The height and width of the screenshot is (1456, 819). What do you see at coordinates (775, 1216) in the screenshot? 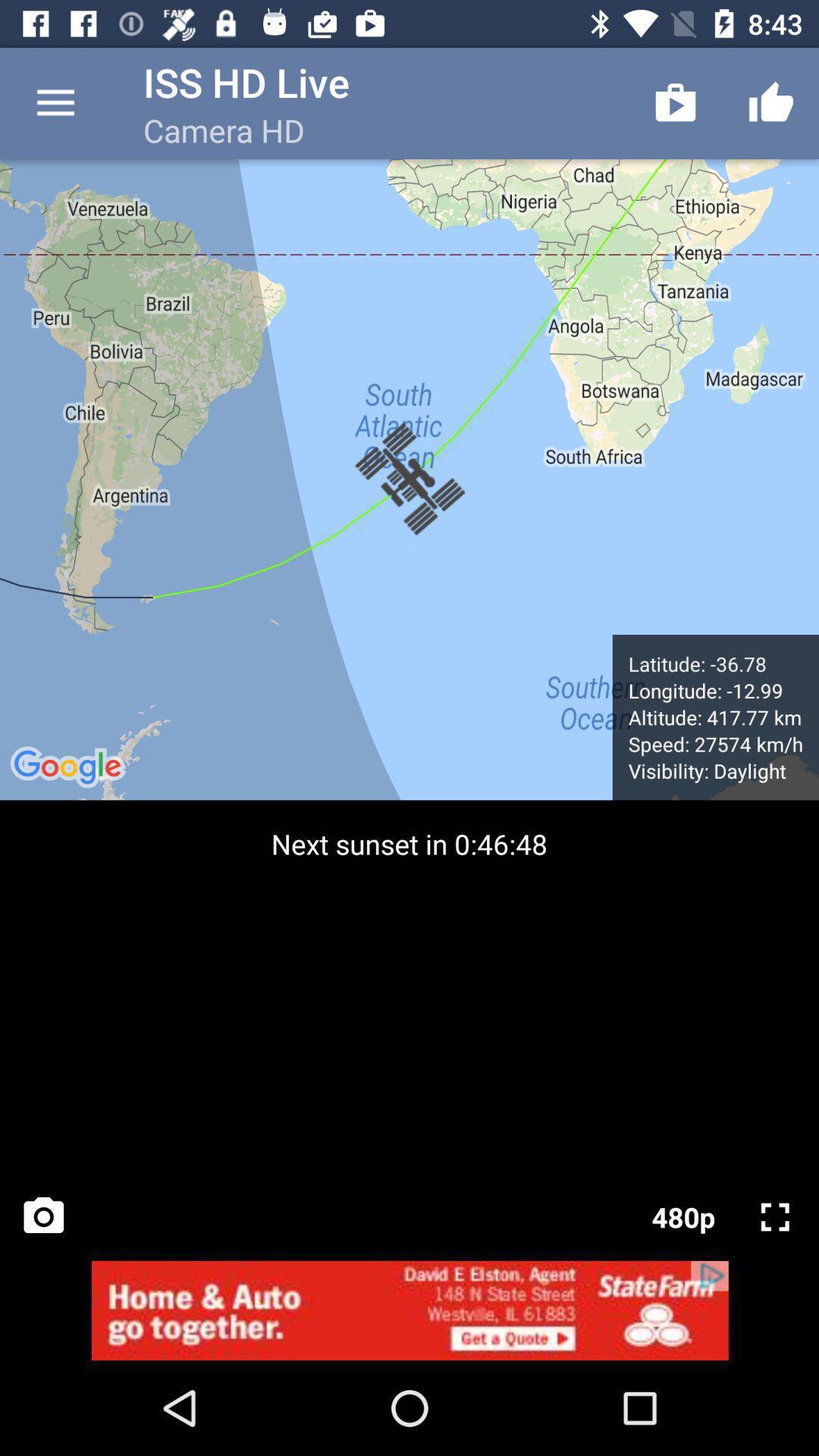
I see `the fullscreen icon` at bounding box center [775, 1216].